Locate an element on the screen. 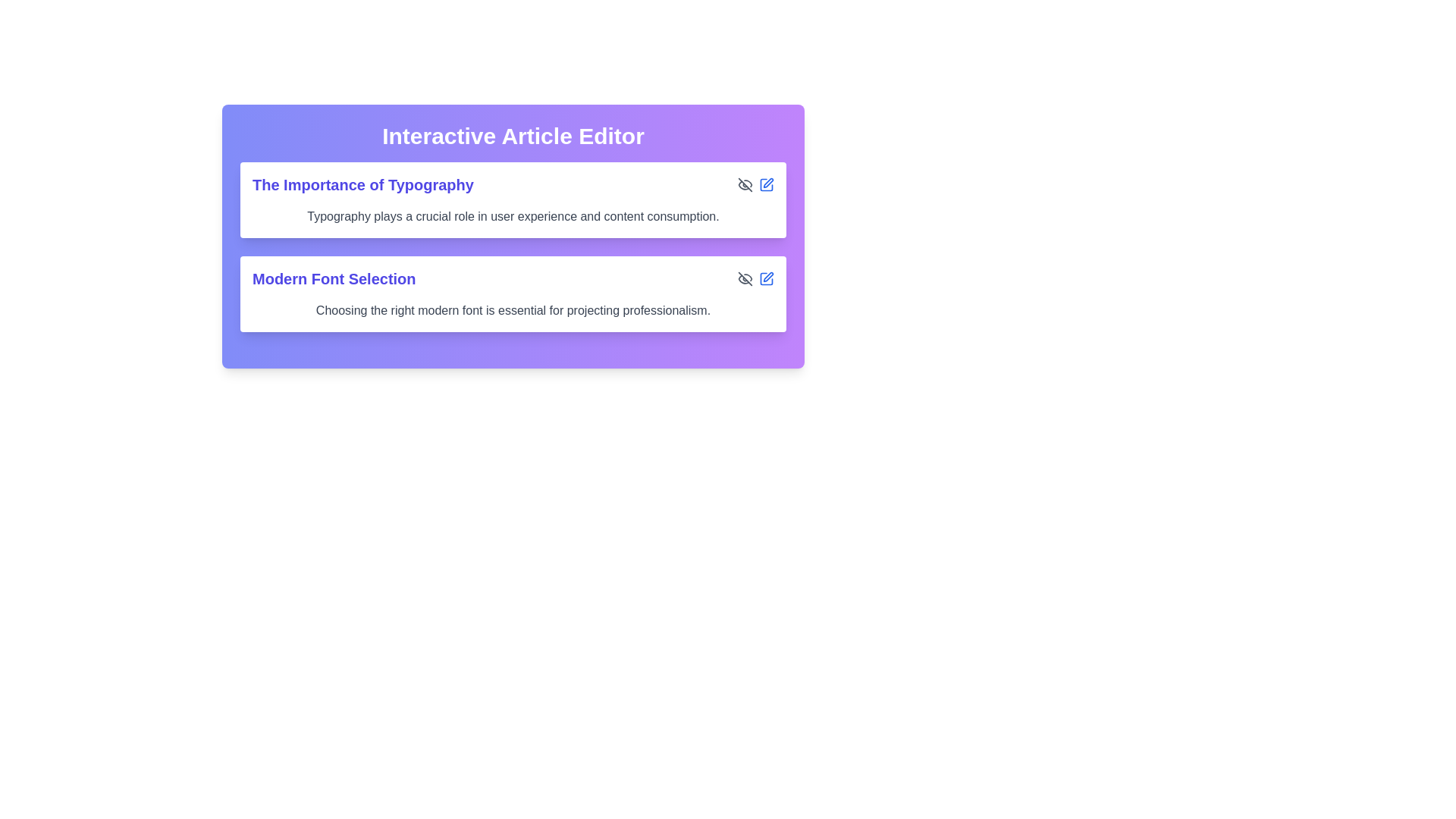  the paragraph text 'Typography plays a crucial role in user experience and content consumption.' from the text content block titled 'The Importance of Typography' for copying is located at coordinates (513, 199).